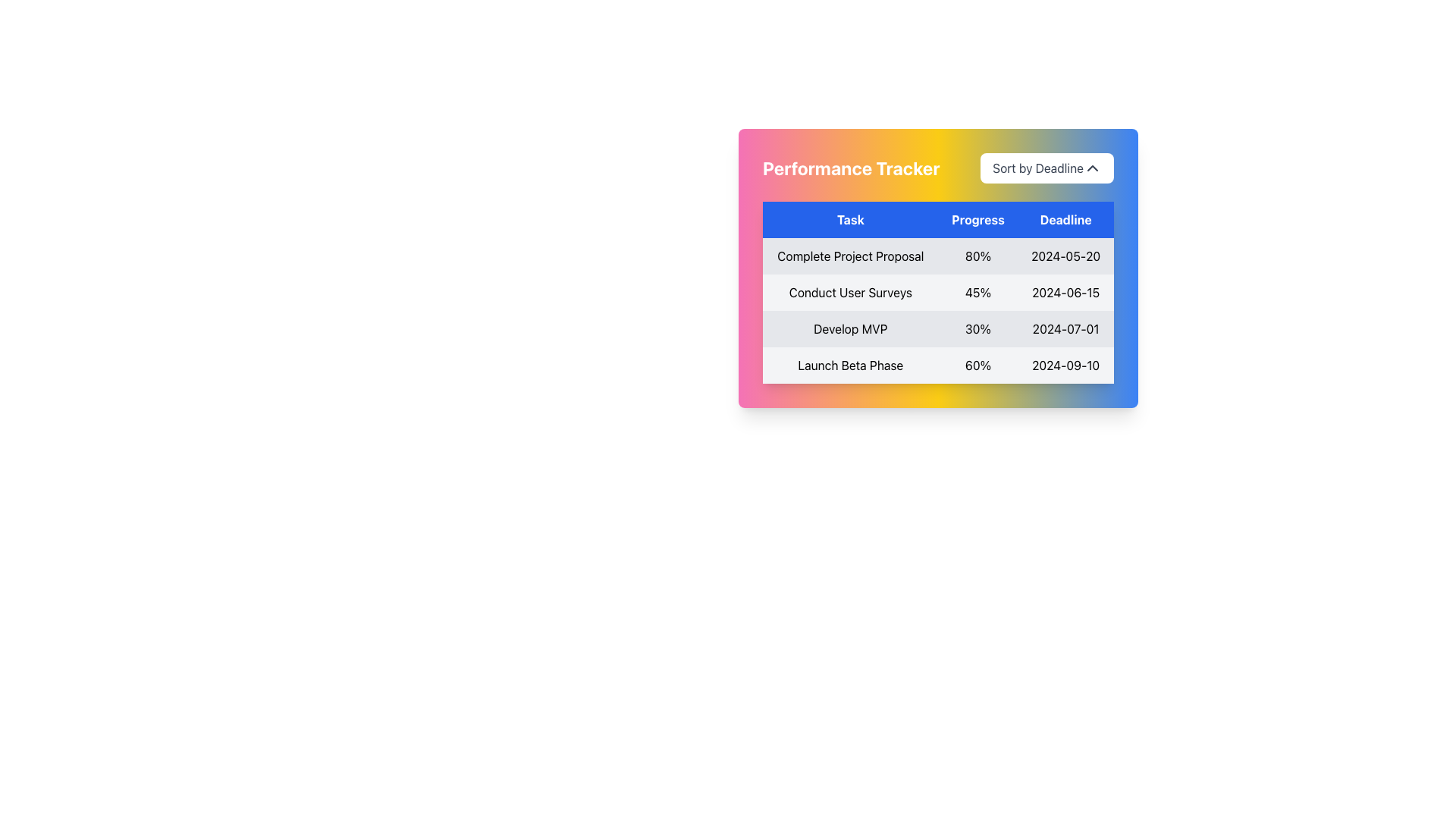 The image size is (1456, 819). I want to click on text from the 'Task' label in the first column header of the table, which is displayed in white text on a blue background, so click(850, 219).